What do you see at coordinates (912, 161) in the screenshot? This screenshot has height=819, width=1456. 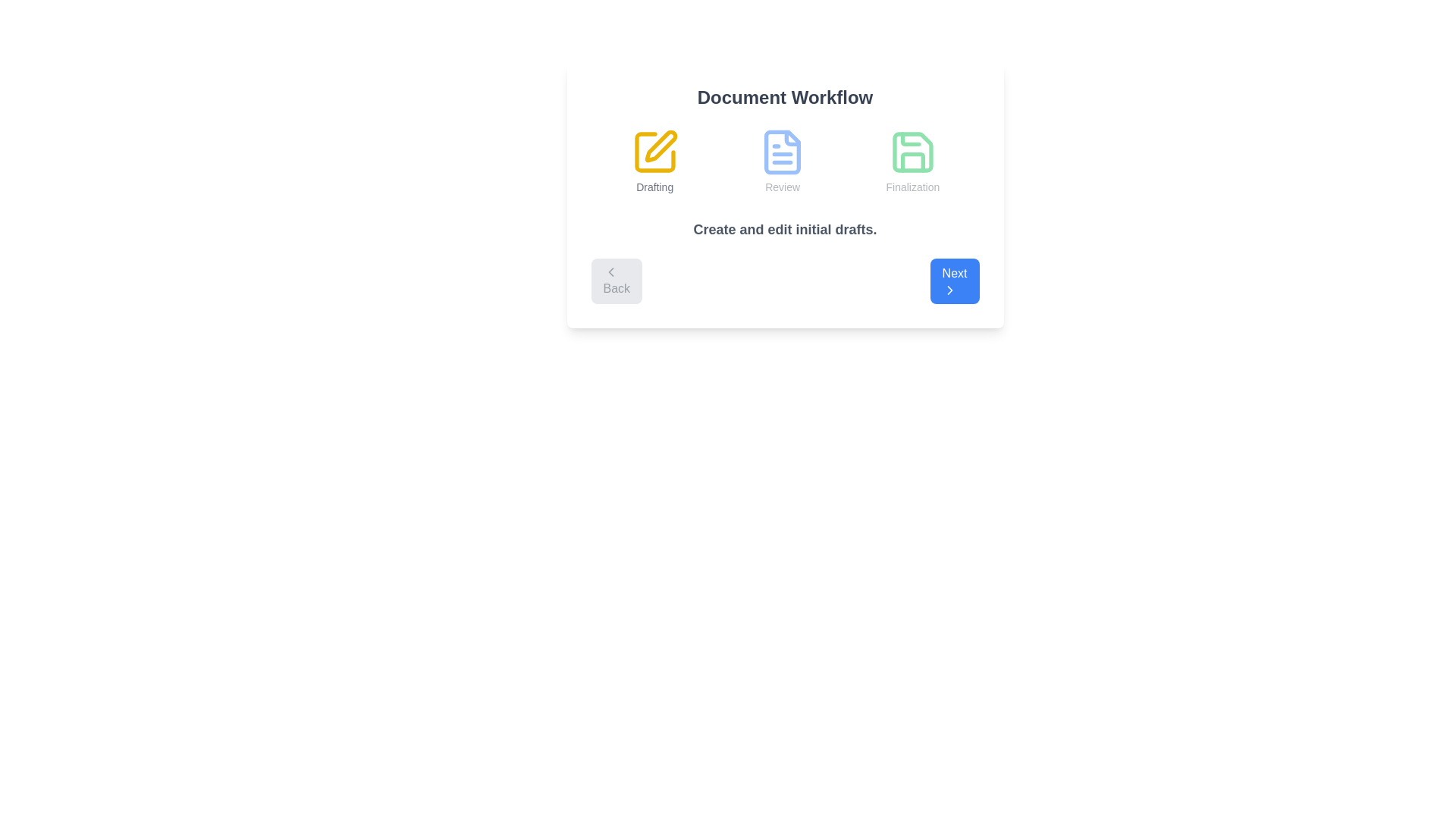 I see `the green save file icon with the text label 'Finalization', which is the rightmost element in a row of three elements including 'Drafting' and 'Review'` at bounding box center [912, 161].